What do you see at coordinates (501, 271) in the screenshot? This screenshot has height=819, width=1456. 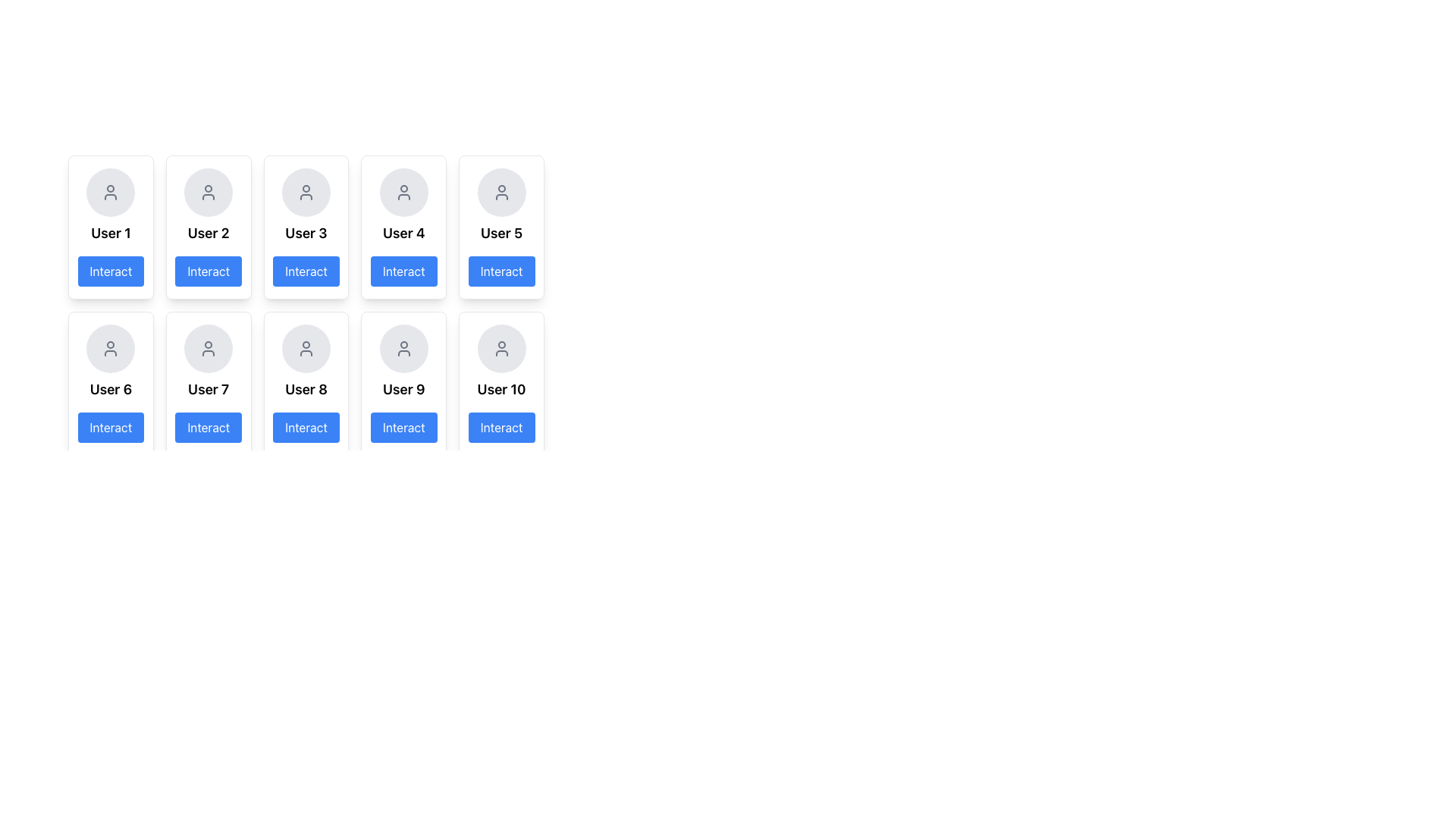 I see `the button located in the lower part of the card labeled 'User 5', which is positioned in the first row and fifth column of a 2x5 grid layout` at bounding box center [501, 271].